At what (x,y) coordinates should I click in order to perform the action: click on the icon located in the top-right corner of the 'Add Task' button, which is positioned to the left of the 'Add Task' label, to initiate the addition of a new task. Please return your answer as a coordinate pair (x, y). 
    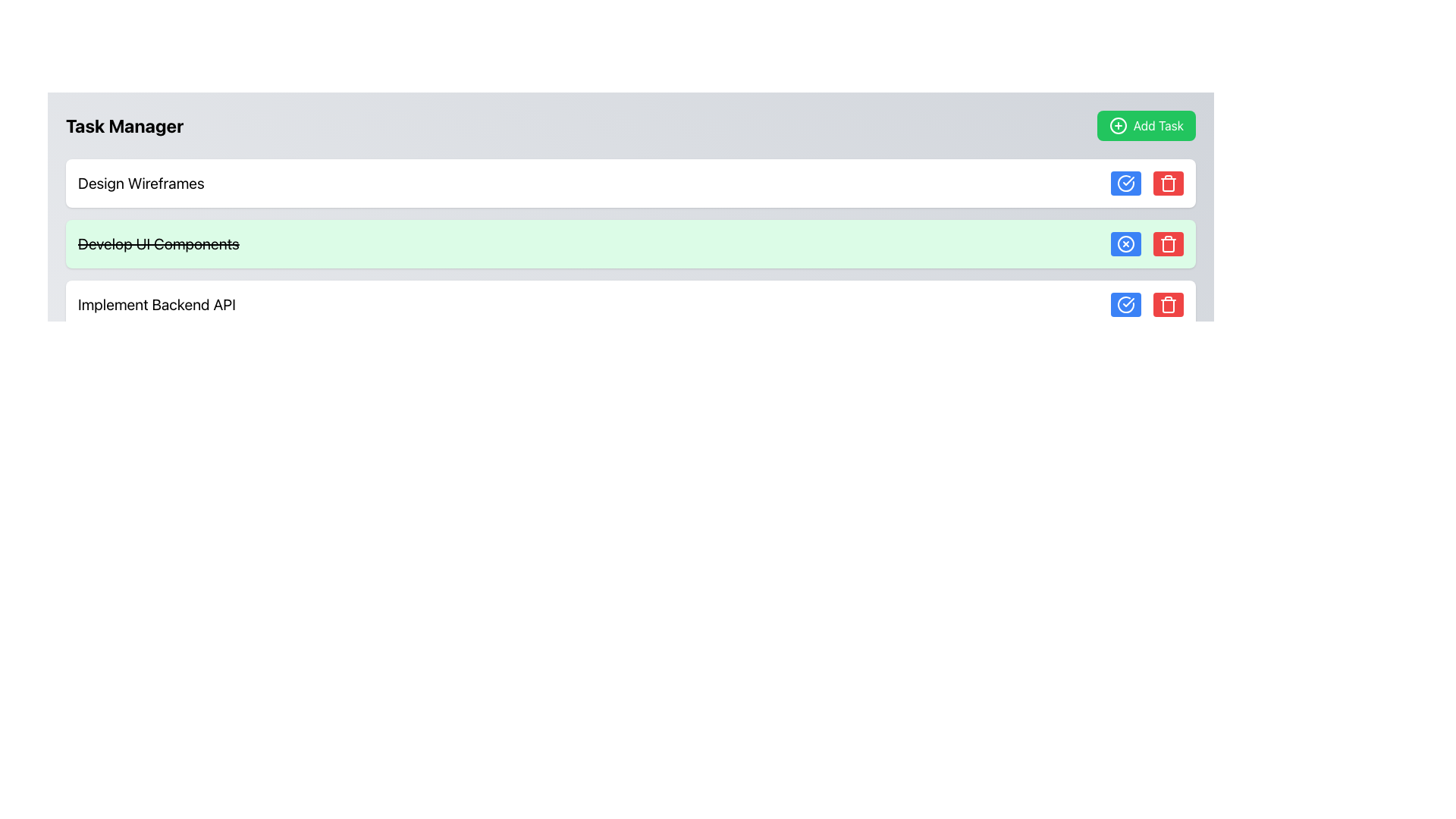
    Looking at the image, I should click on (1117, 124).